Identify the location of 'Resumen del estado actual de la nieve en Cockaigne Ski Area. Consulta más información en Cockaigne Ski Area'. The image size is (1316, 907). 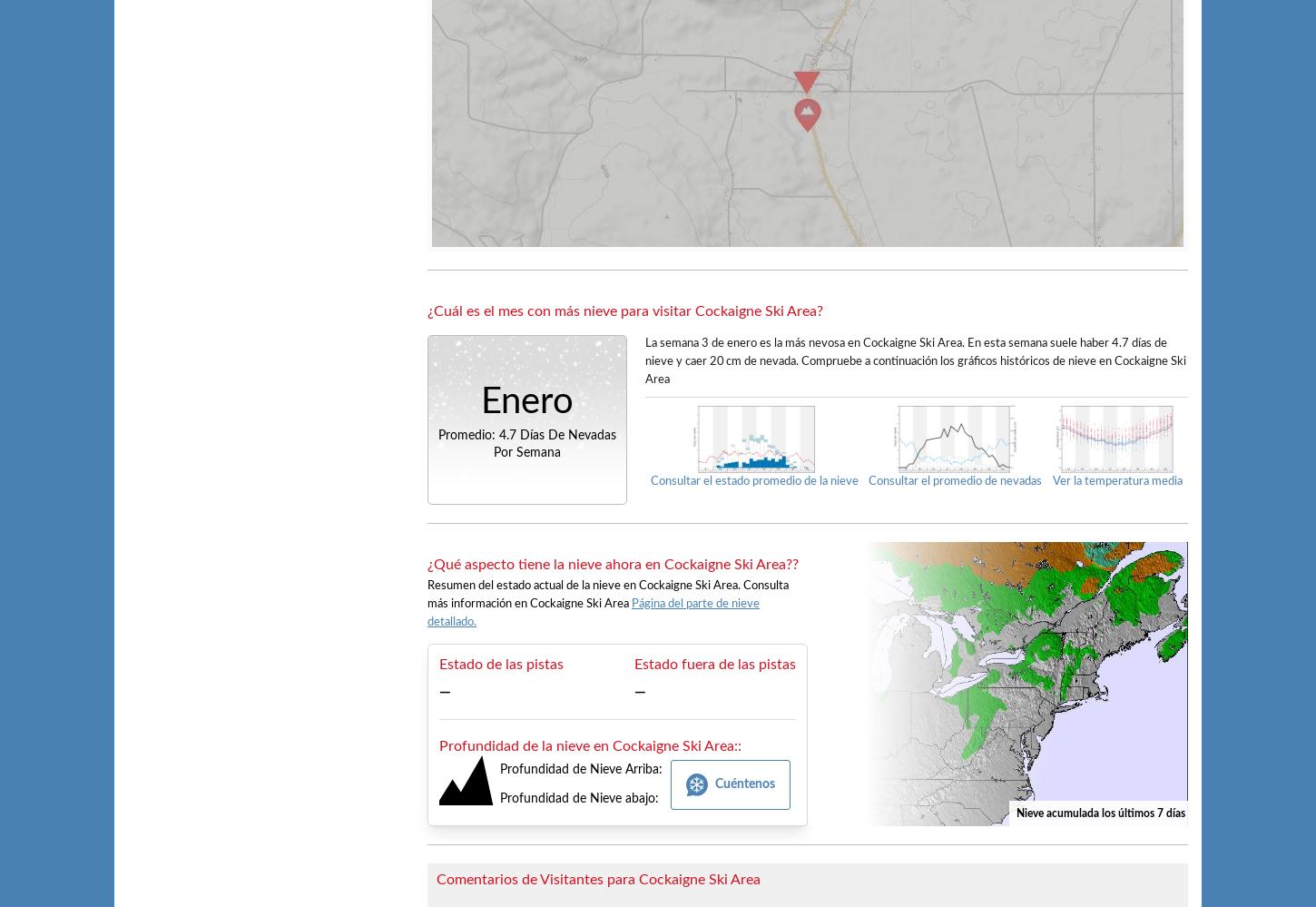
(607, 593).